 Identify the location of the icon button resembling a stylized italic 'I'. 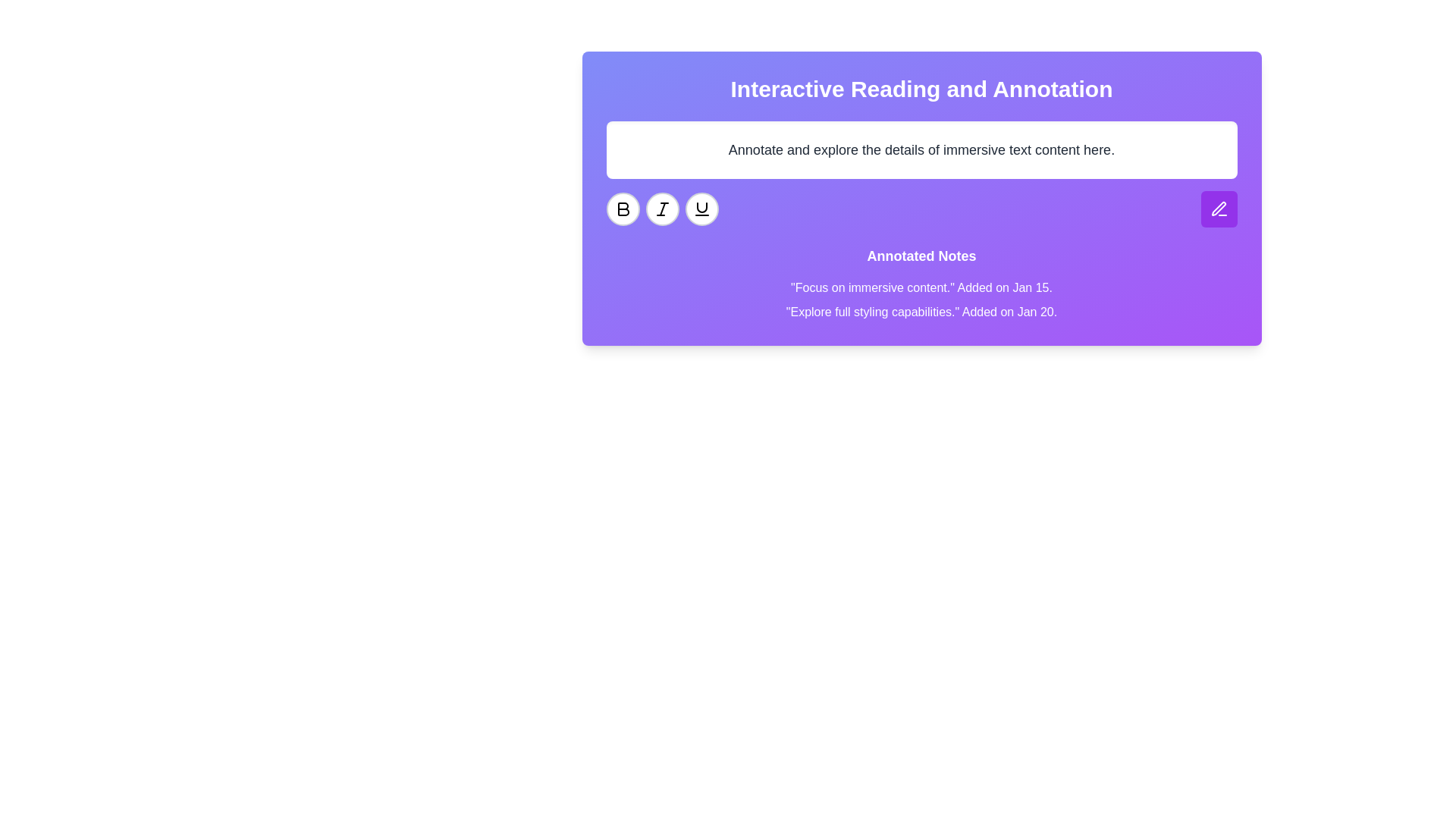
(662, 209).